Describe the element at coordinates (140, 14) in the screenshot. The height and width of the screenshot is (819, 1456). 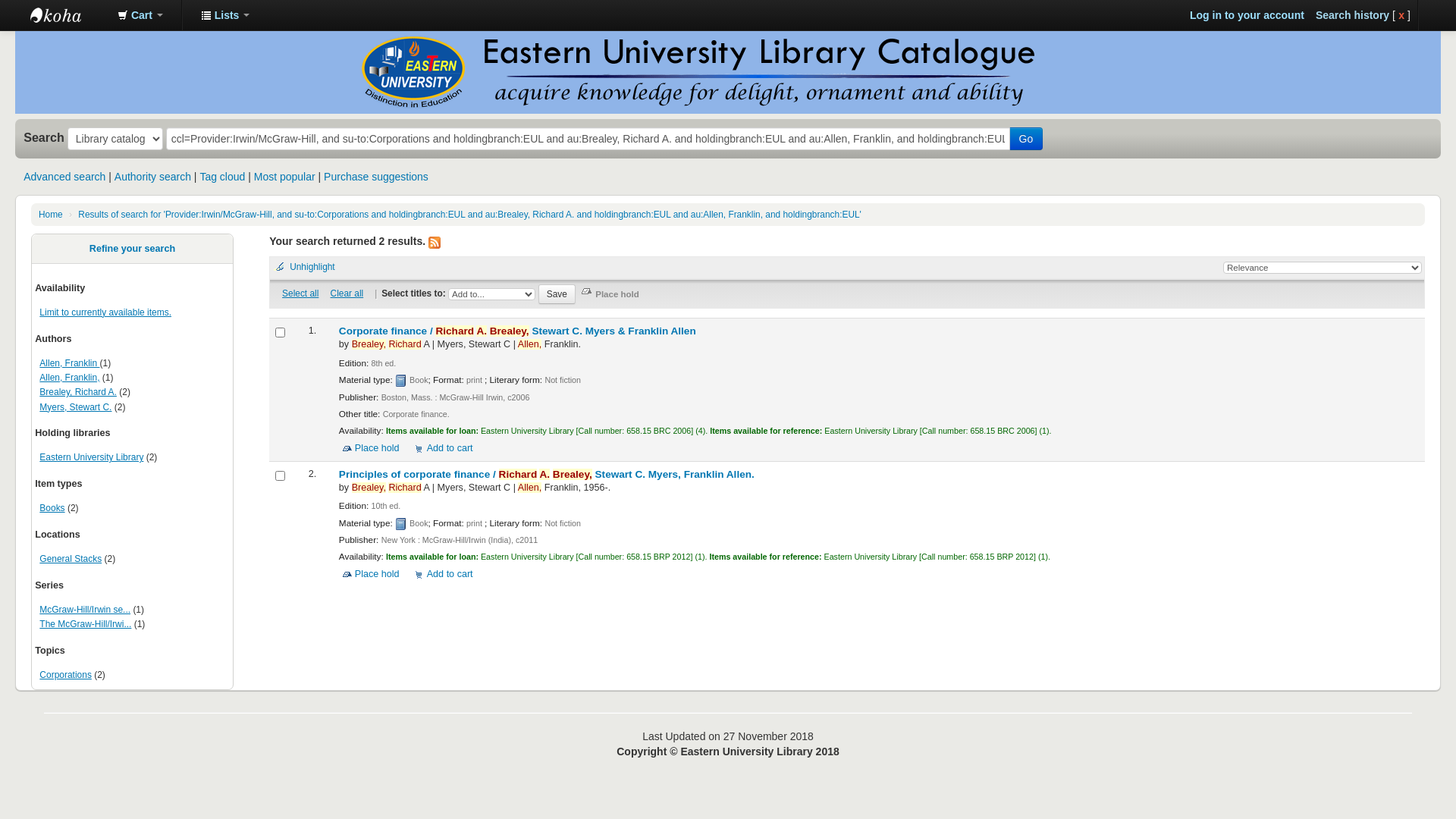
I see `'Cart'` at that location.